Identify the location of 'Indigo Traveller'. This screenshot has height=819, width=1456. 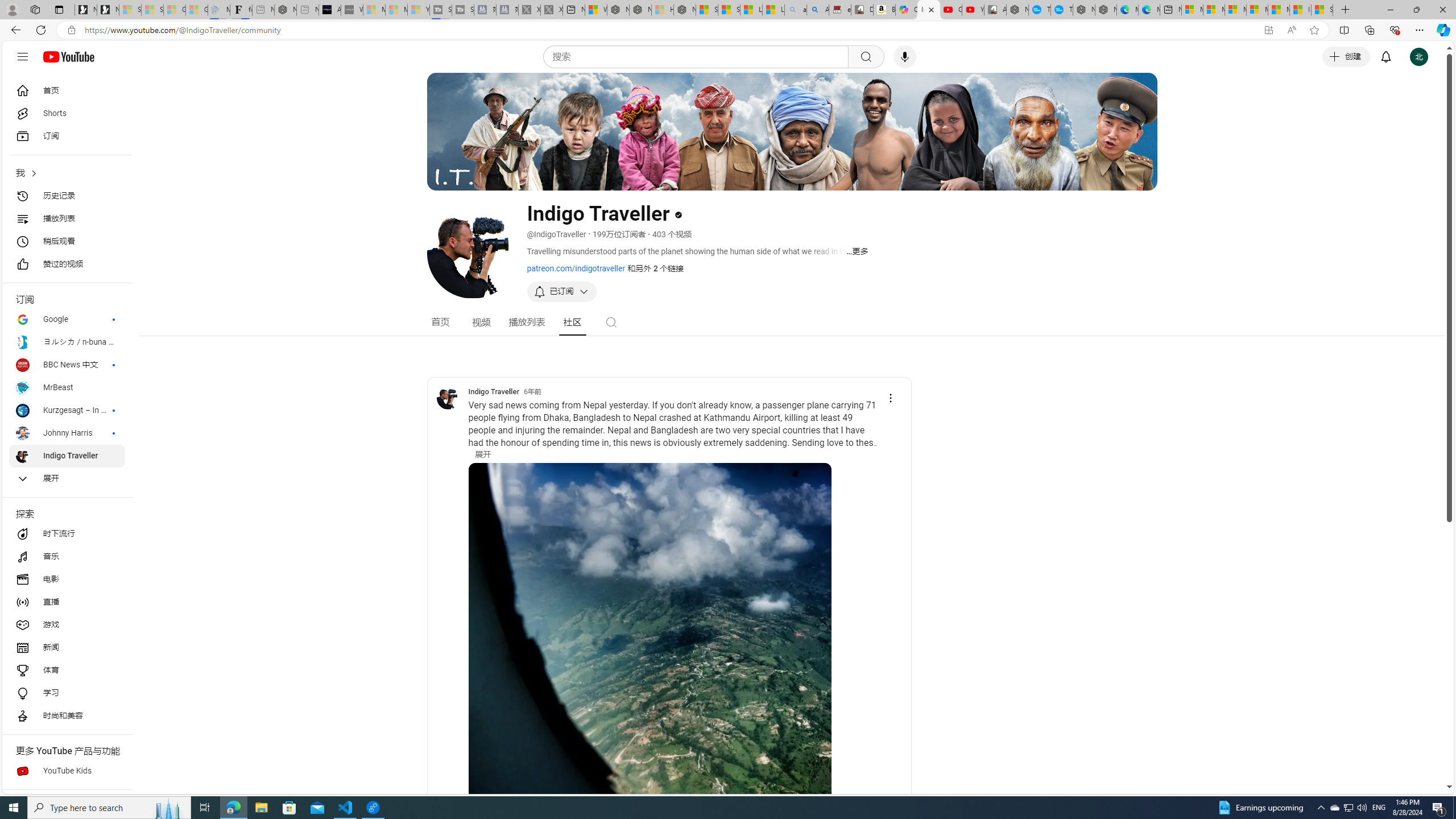
(448, 397).